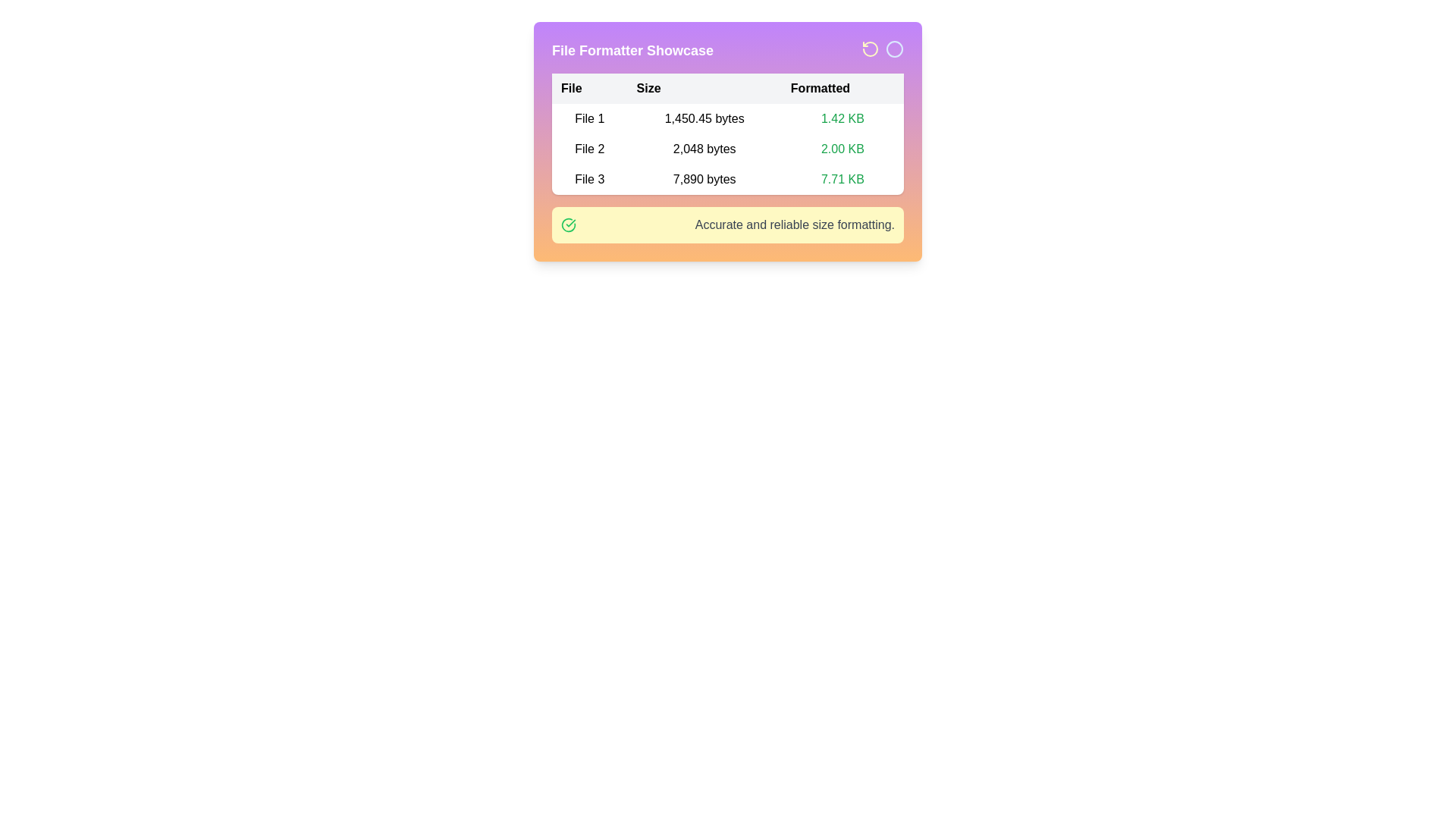 The height and width of the screenshot is (819, 1456). Describe the element at coordinates (728, 225) in the screenshot. I see `the Informative banner with a light yellow background, containing a green checkmark icon and the text 'Accurate and reliable size formatting.' located at the bottom of the 'File Formatter Showcase' card` at that location.